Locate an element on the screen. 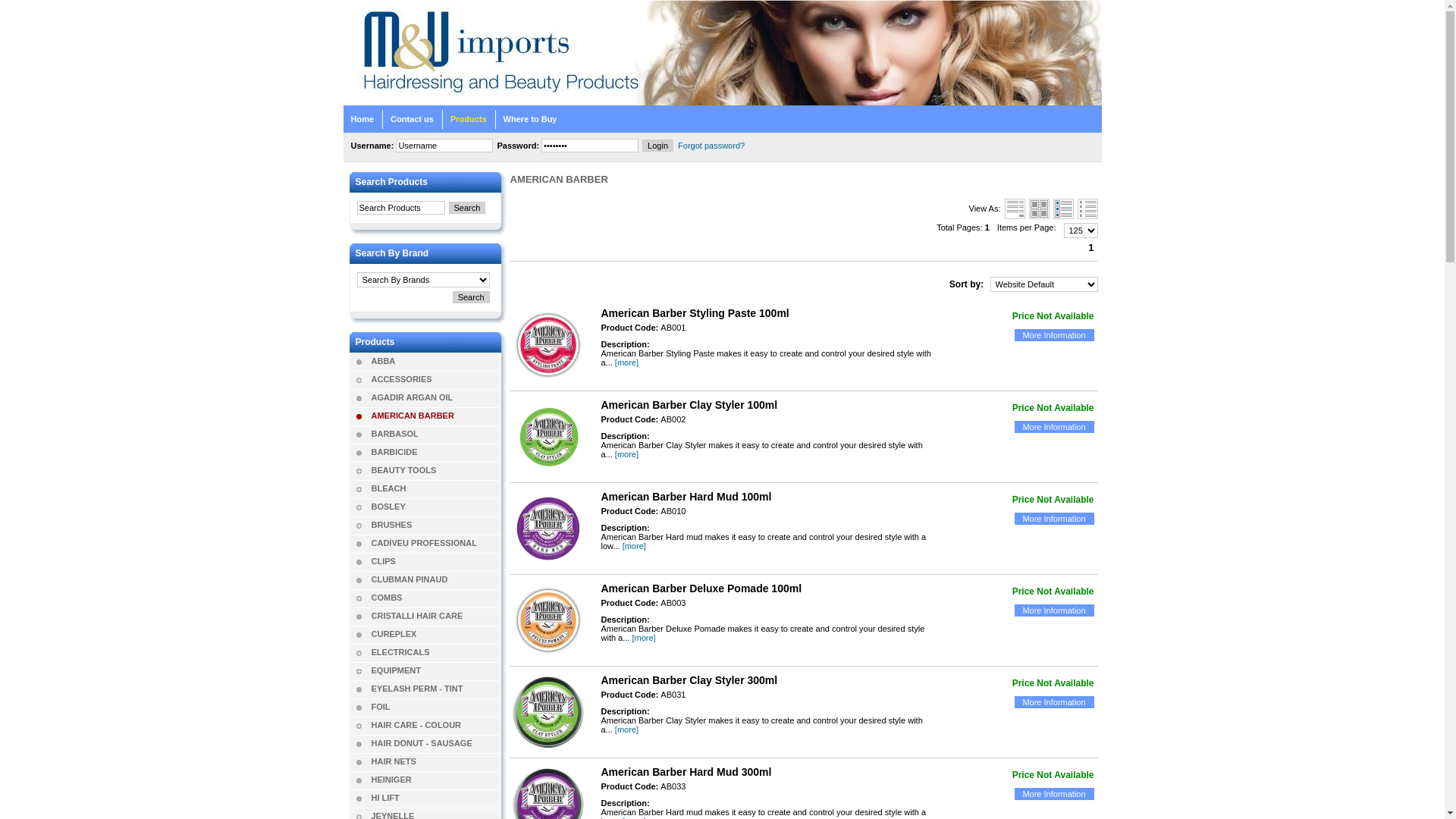 Image resolution: width=1456 pixels, height=819 pixels. 'More Information' is located at coordinates (1053, 701).